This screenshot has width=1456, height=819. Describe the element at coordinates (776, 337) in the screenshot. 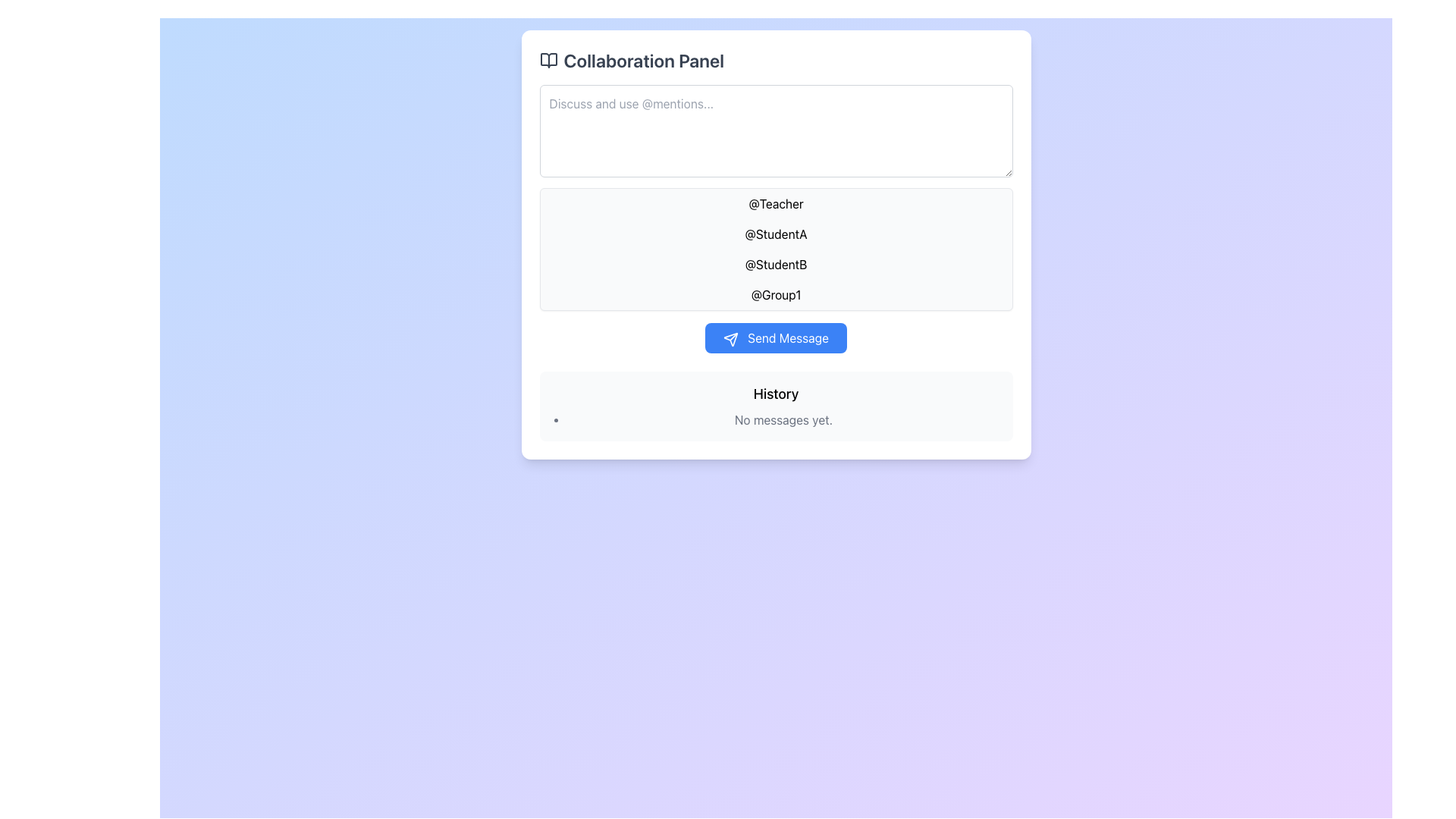

I see `the 'Send Message' button, which has a blue background and white text with a paper airplane icon on the left` at that location.